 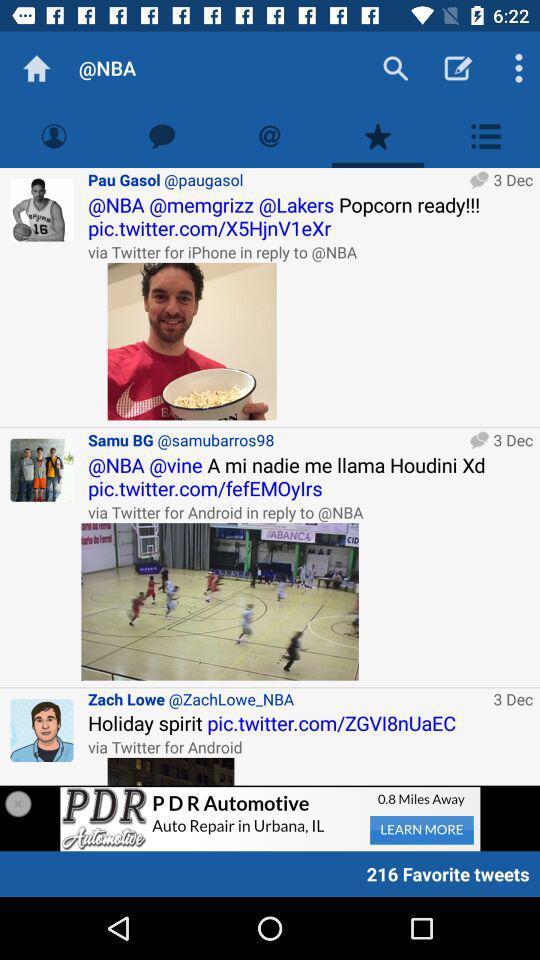 What do you see at coordinates (310, 722) in the screenshot?
I see `item above the via twitter for` at bounding box center [310, 722].